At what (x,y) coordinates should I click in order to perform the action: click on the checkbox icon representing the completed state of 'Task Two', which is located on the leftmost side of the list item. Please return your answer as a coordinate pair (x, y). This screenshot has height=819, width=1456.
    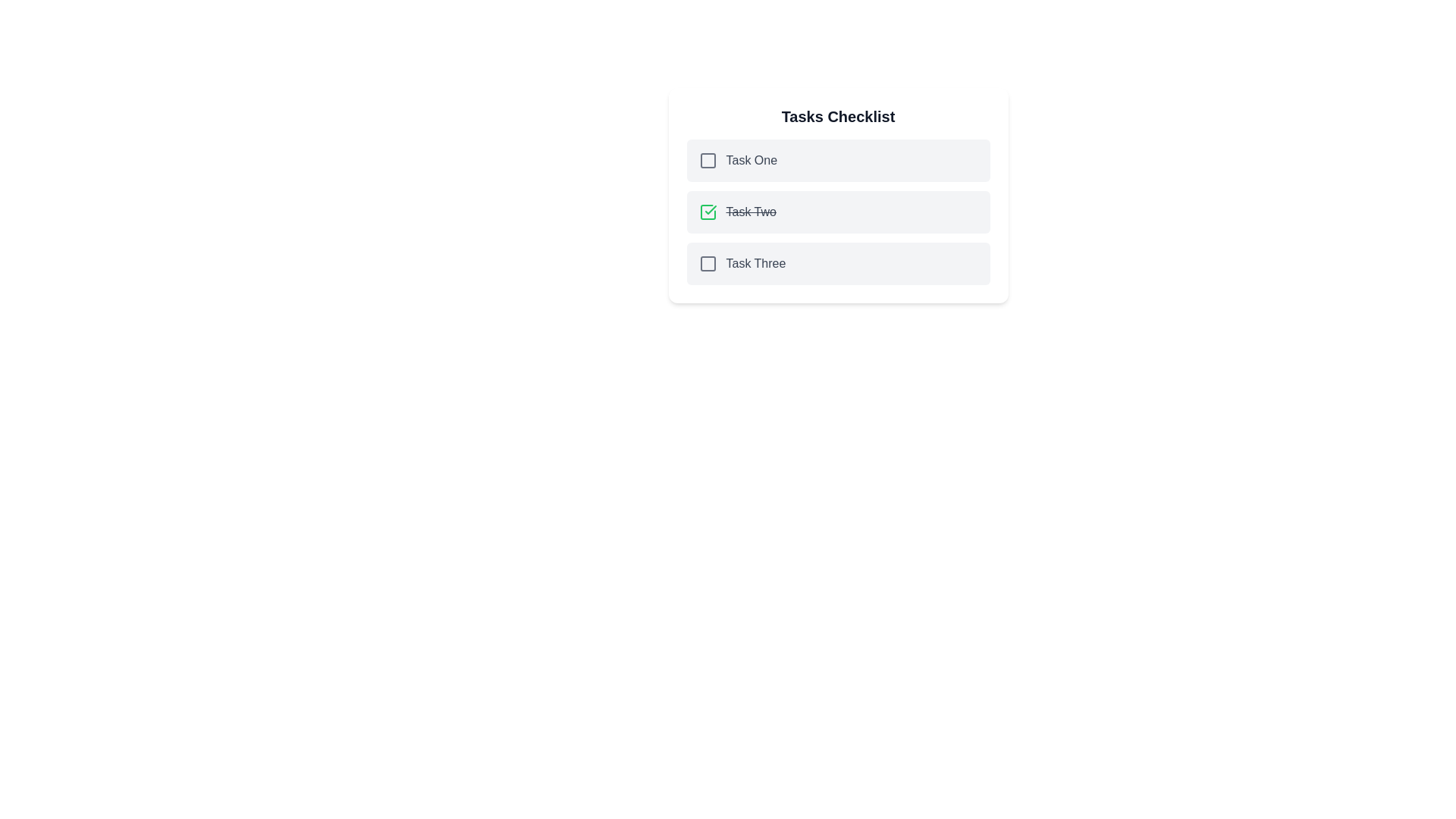
    Looking at the image, I should click on (707, 212).